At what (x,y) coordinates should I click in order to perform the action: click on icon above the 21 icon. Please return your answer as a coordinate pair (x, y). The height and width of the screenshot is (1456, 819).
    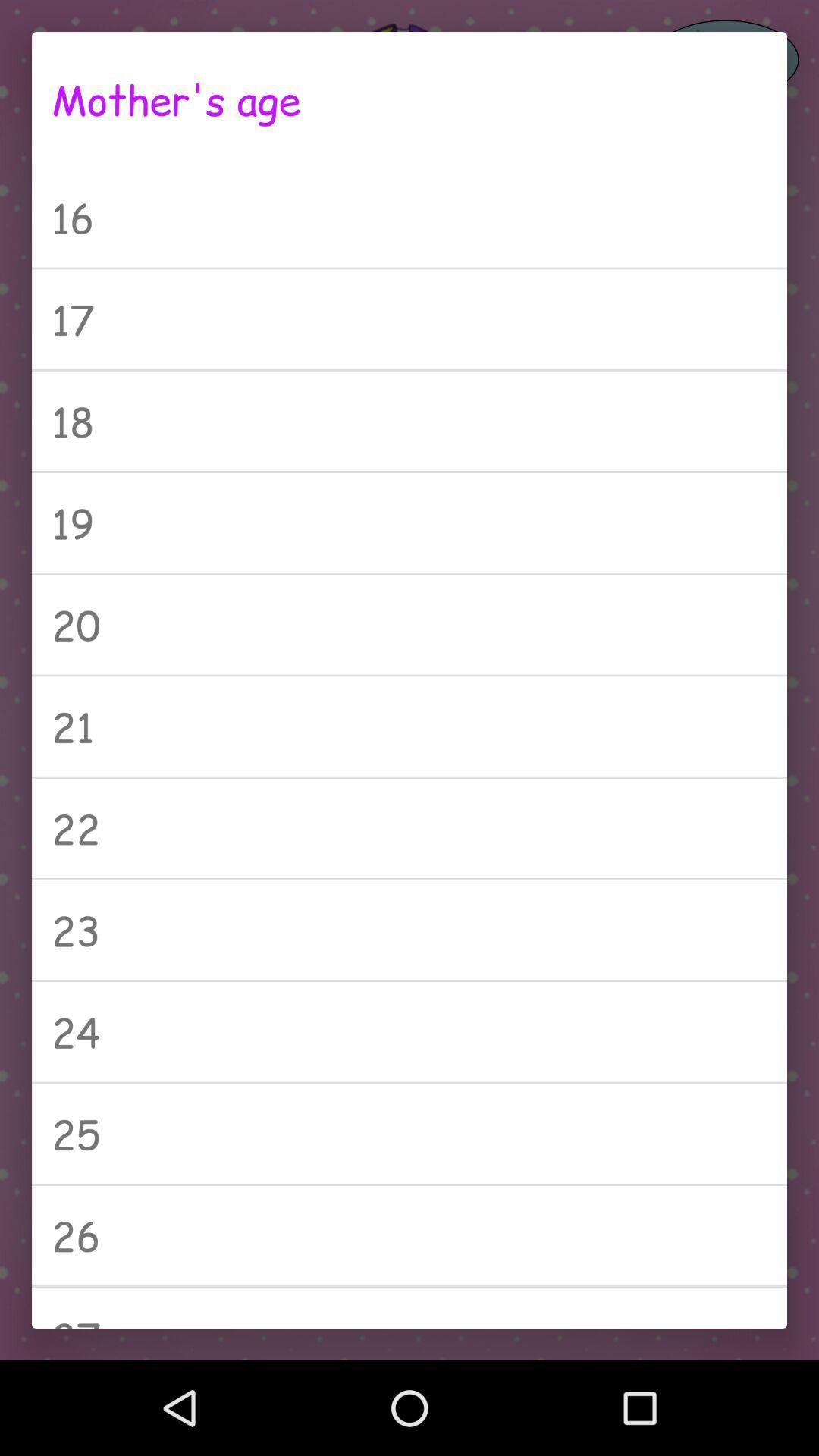
    Looking at the image, I should click on (409, 624).